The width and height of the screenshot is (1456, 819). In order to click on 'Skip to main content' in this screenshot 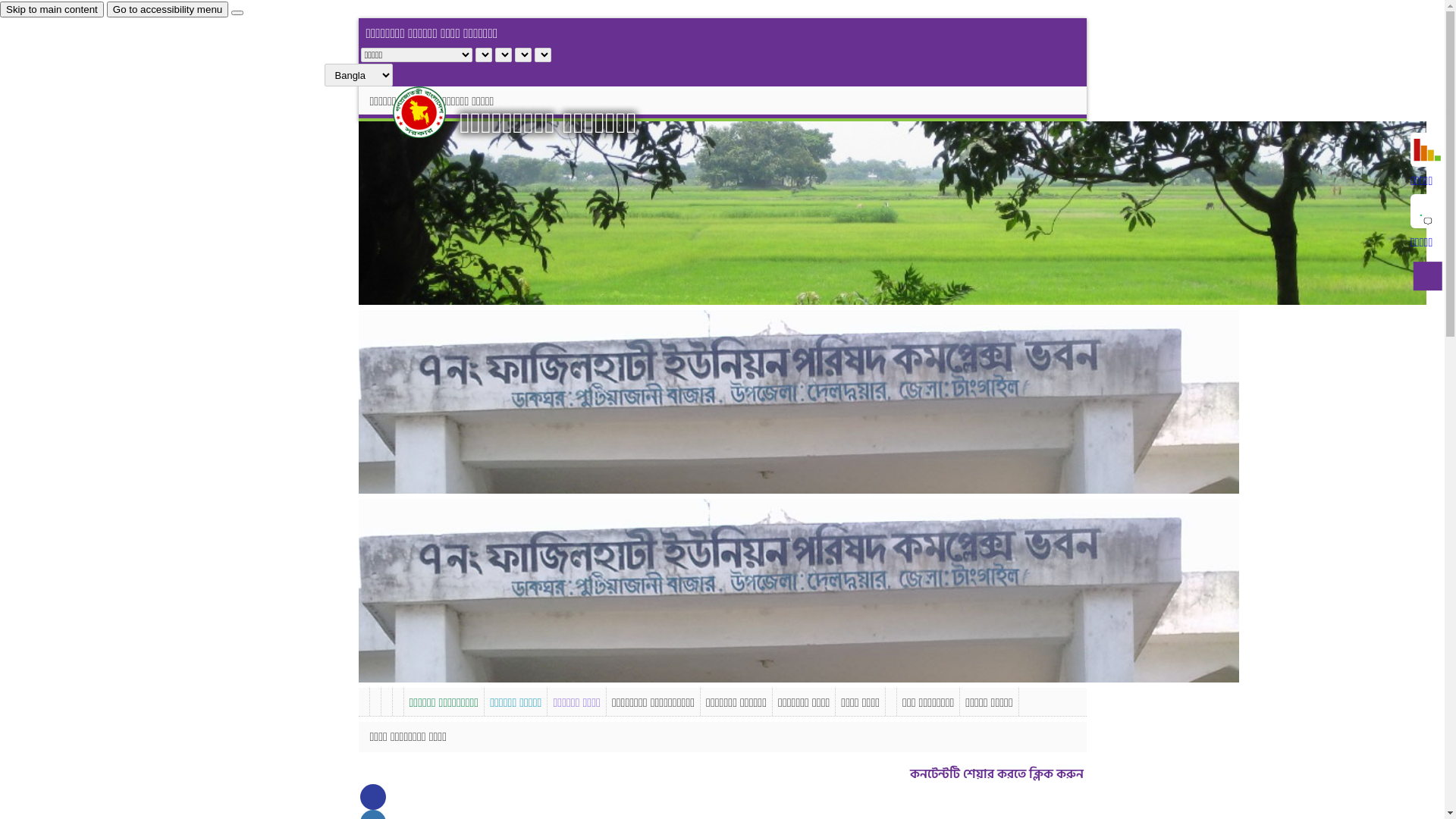, I will do `click(52, 9)`.